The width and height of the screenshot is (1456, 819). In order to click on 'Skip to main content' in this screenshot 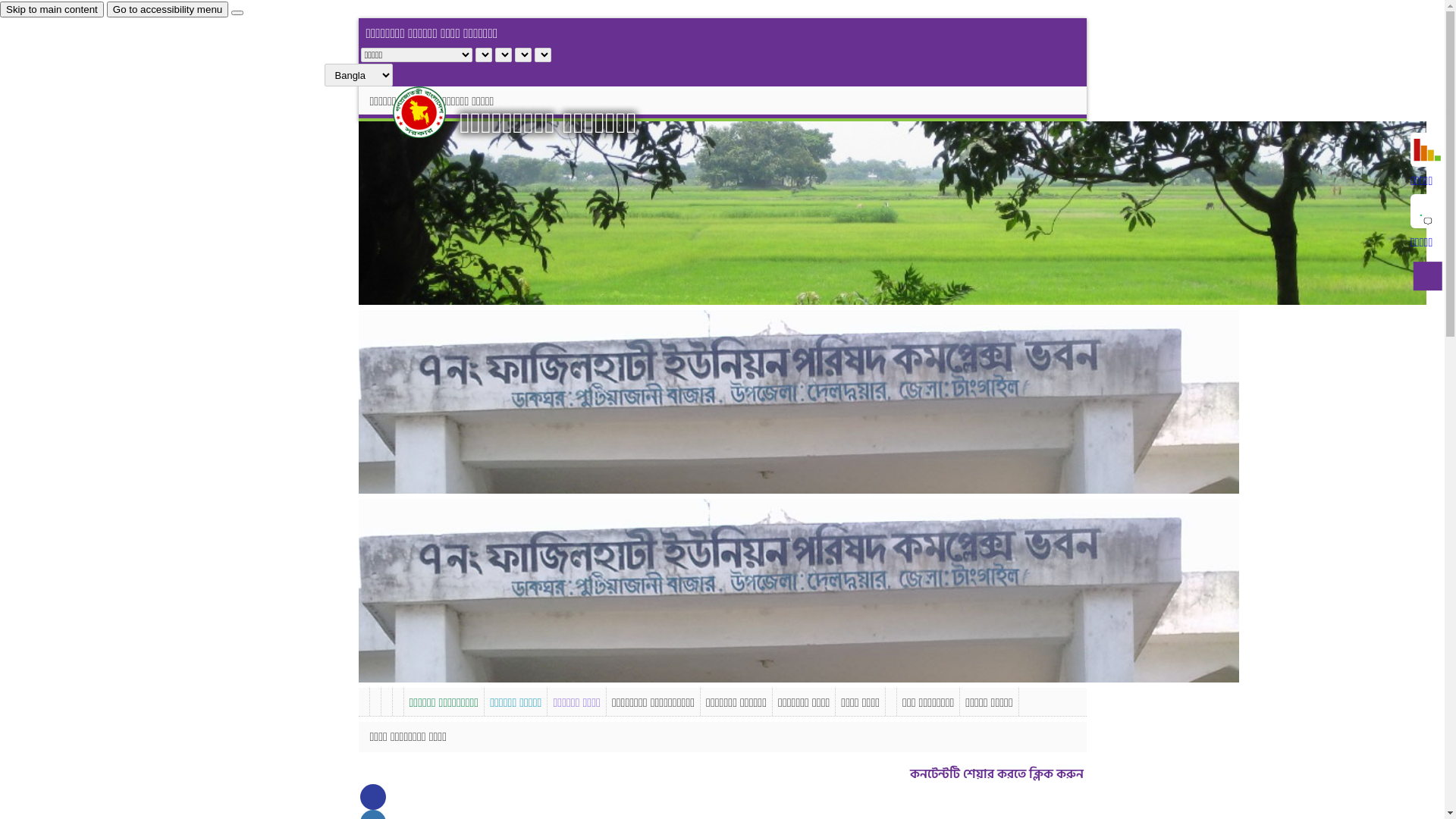, I will do `click(52, 9)`.